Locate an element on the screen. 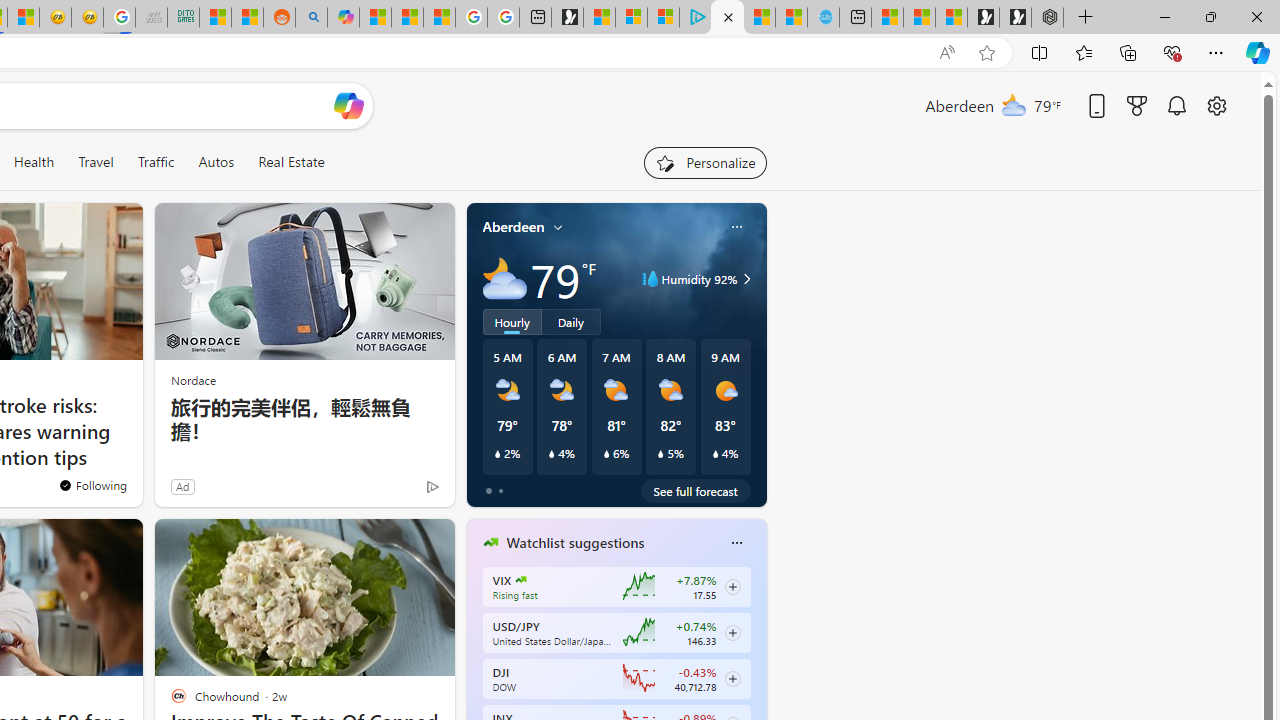 This screenshot has width=1280, height=720. 'Class: weather-current-precipitation-glyph' is located at coordinates (715, 453).